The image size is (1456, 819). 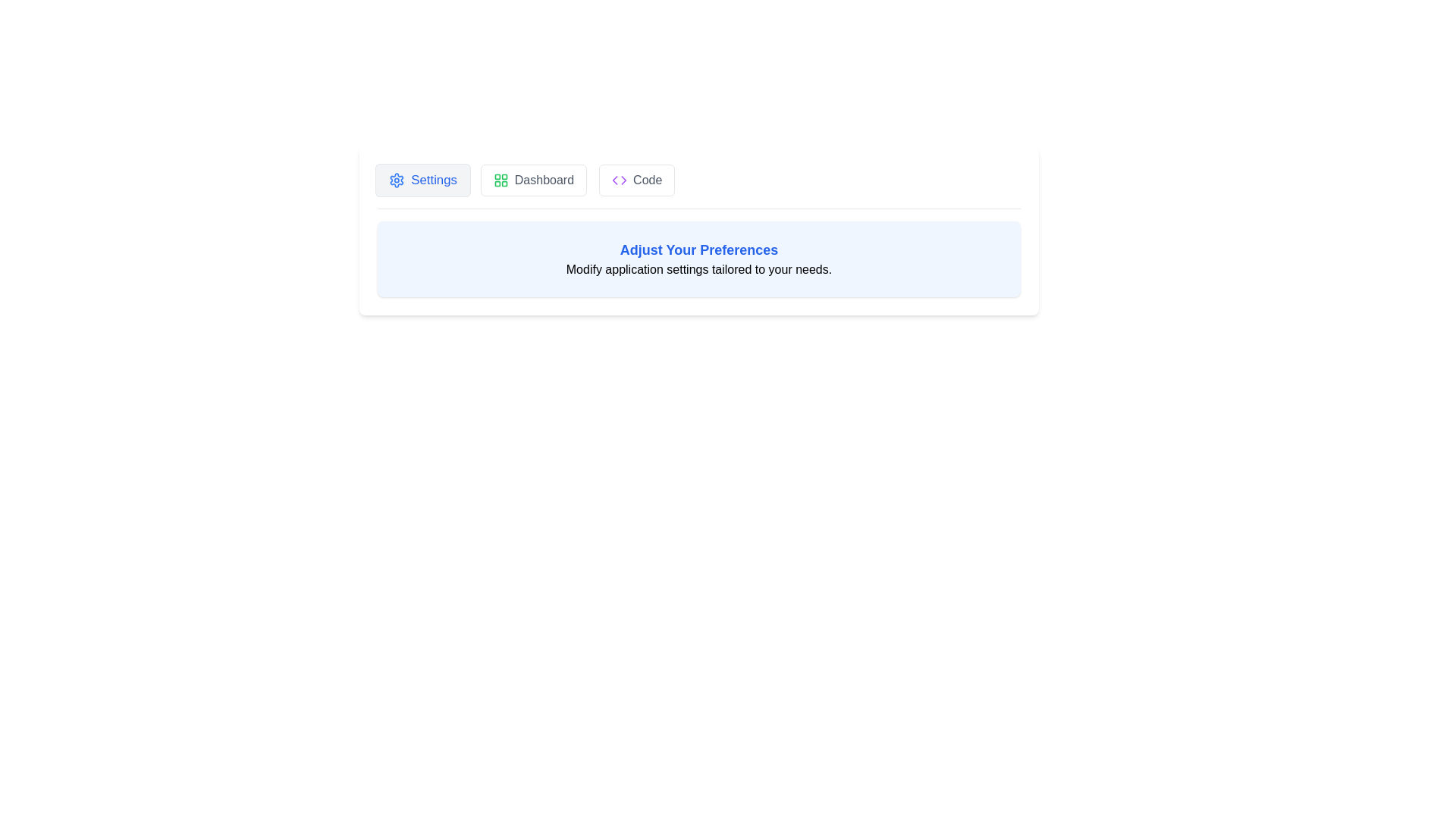 What do you see at coordinates (620, 180) in the screenshot?
I see `the icon of the tab labeled Code` at bounding box center [620, 180].